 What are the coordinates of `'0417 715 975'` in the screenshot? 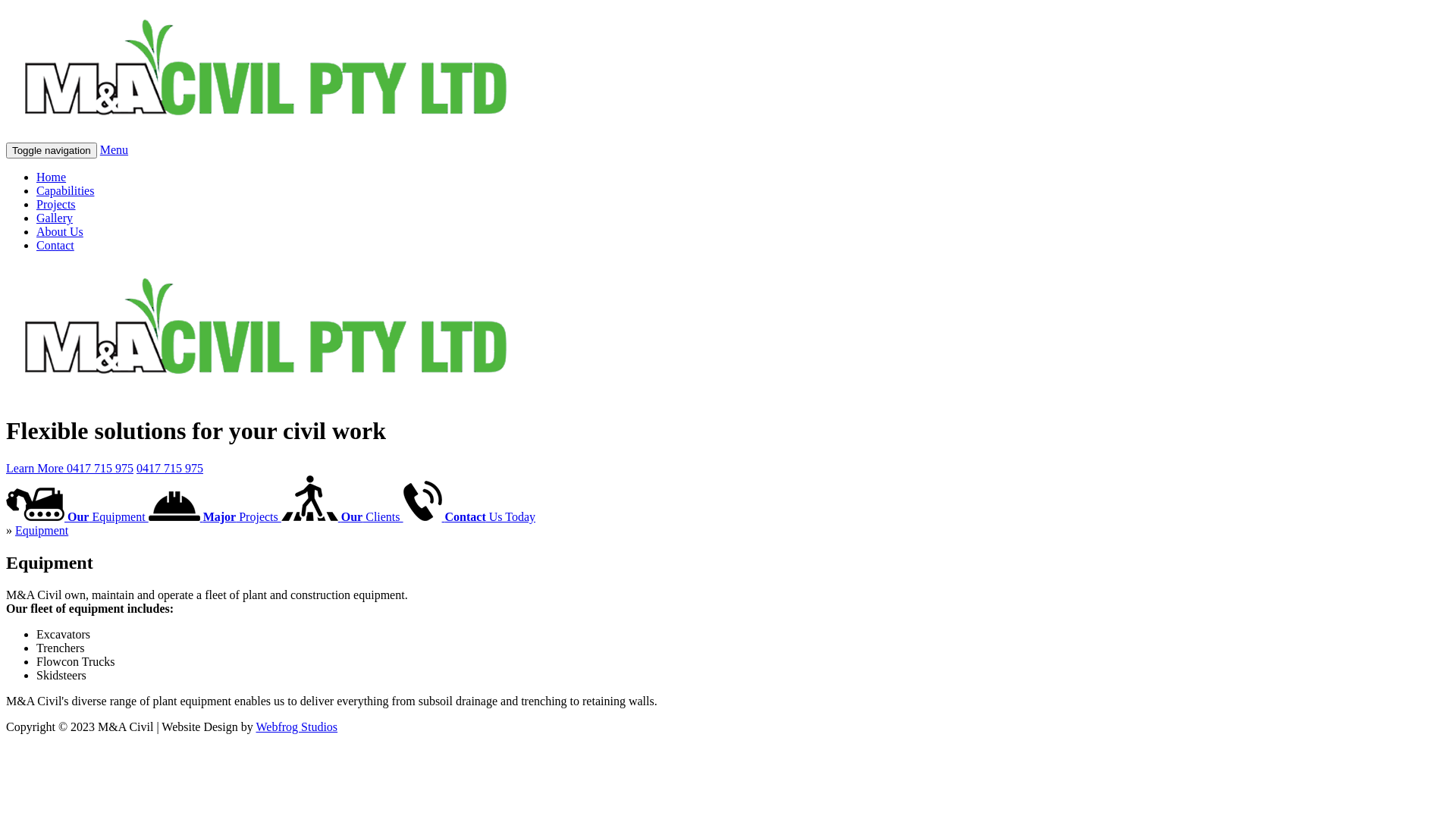 It's located at (136, 467).